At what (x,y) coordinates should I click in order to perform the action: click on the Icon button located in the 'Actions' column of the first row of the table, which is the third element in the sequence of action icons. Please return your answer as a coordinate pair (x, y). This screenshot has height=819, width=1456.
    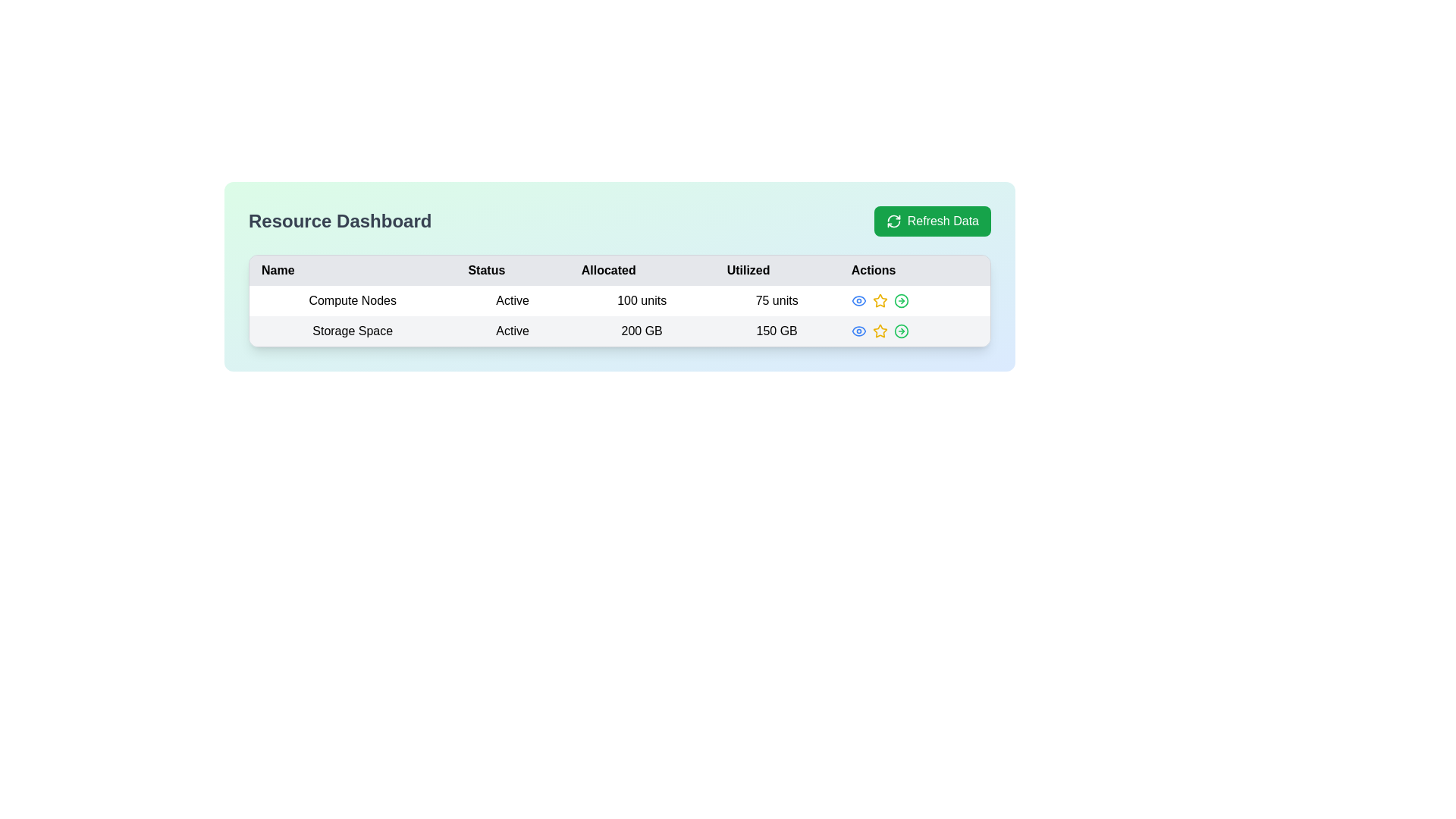
    Looking at the image, I should click on (901, 301).